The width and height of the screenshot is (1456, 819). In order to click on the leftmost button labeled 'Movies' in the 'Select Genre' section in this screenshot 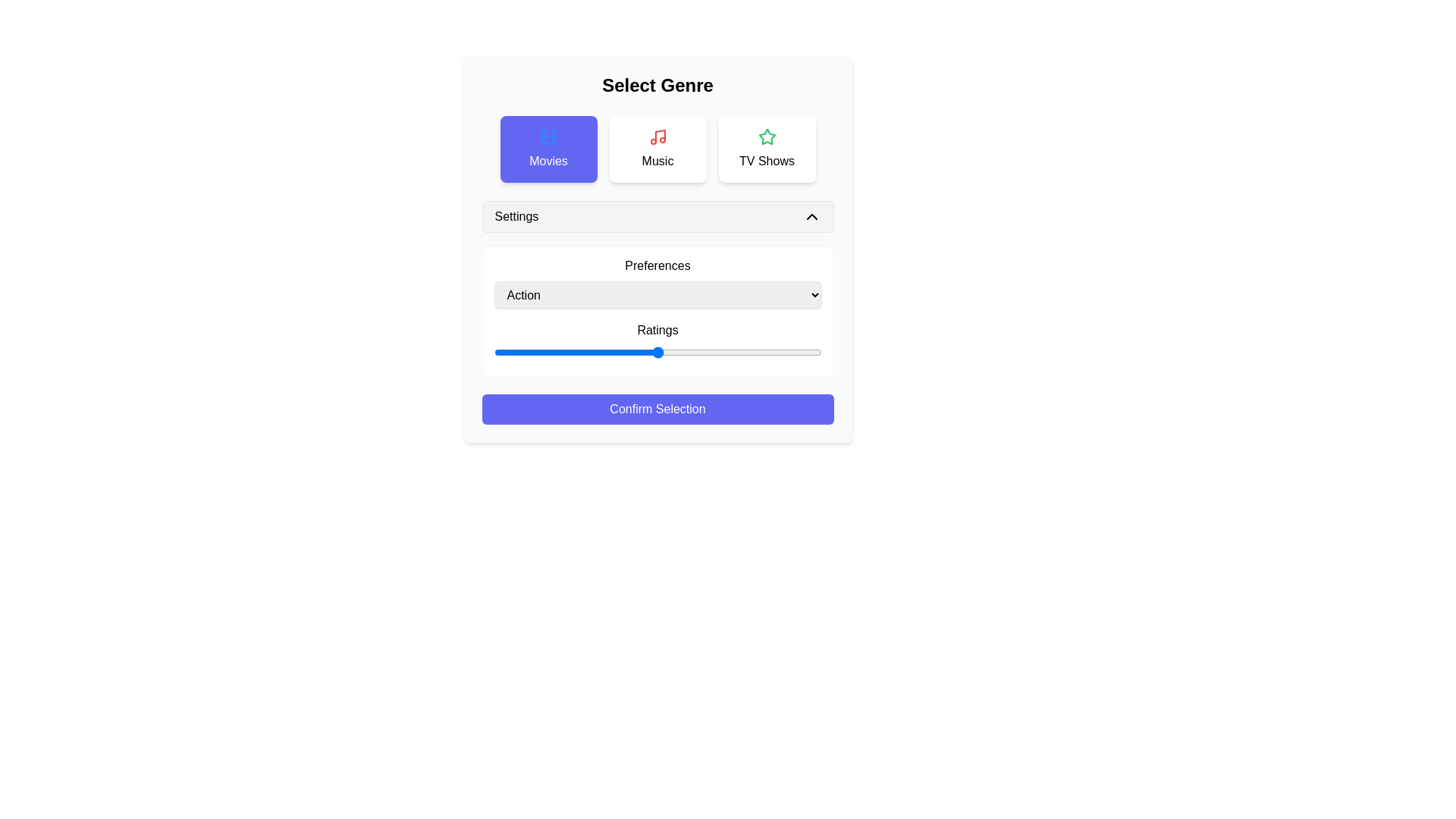, I will do `click(548, 149)`.